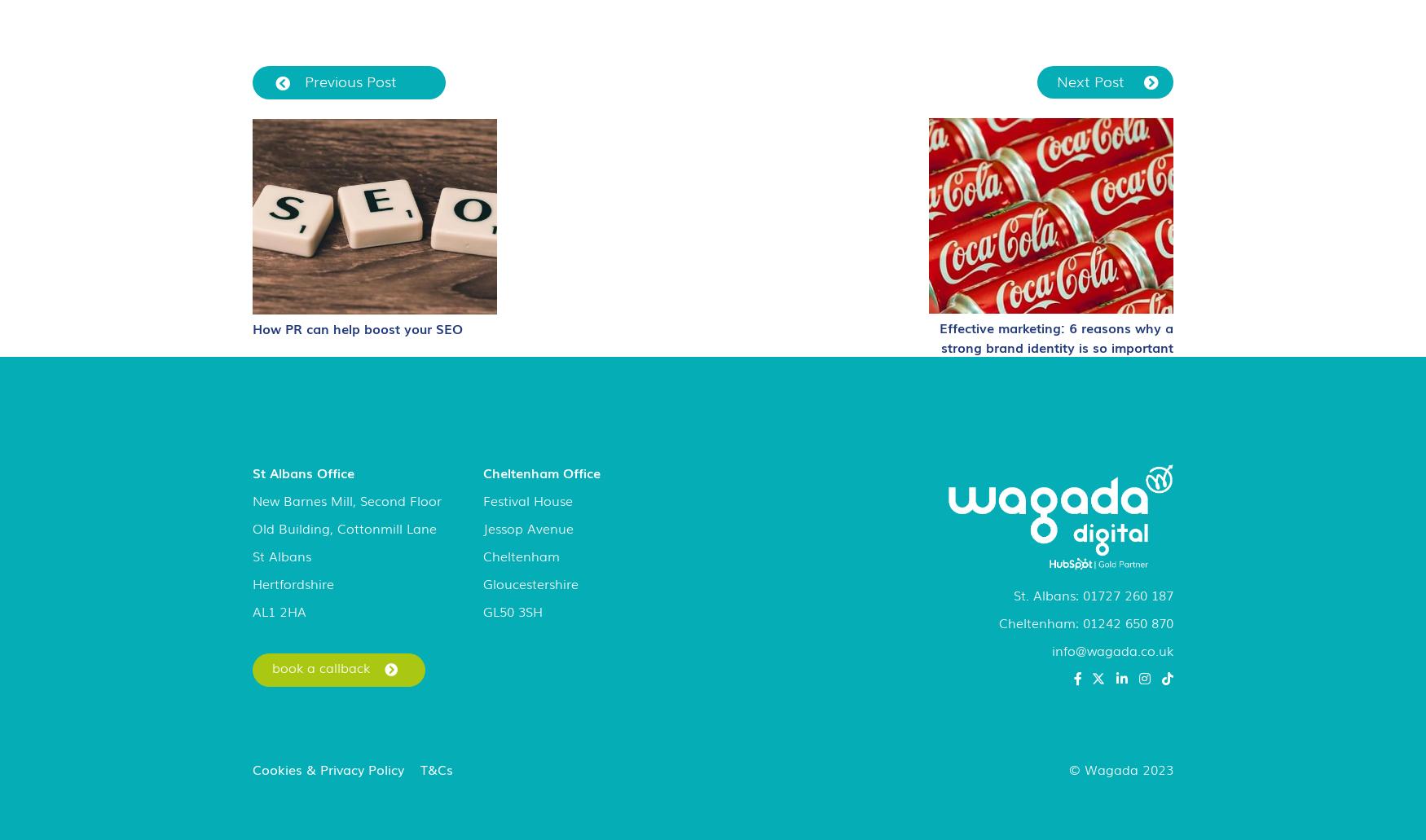 Image resolution: width=1426 pixels, height=840 pixels. What do you see at coordinates (529, 583) in the screenshot?
I see `'Gloucestershire'` at bounding box center [529, 583].